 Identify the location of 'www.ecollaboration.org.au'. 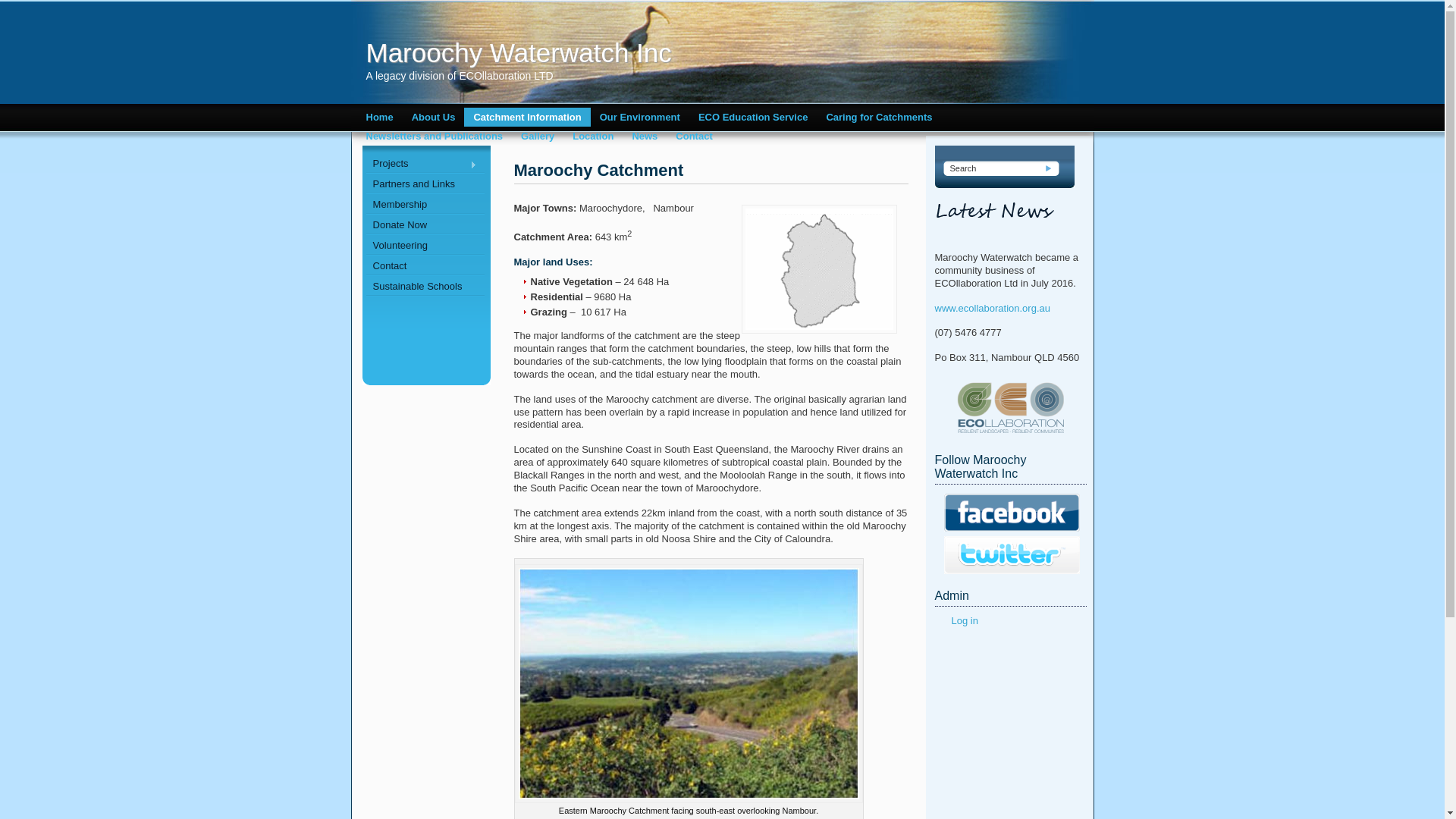
(992, 307).